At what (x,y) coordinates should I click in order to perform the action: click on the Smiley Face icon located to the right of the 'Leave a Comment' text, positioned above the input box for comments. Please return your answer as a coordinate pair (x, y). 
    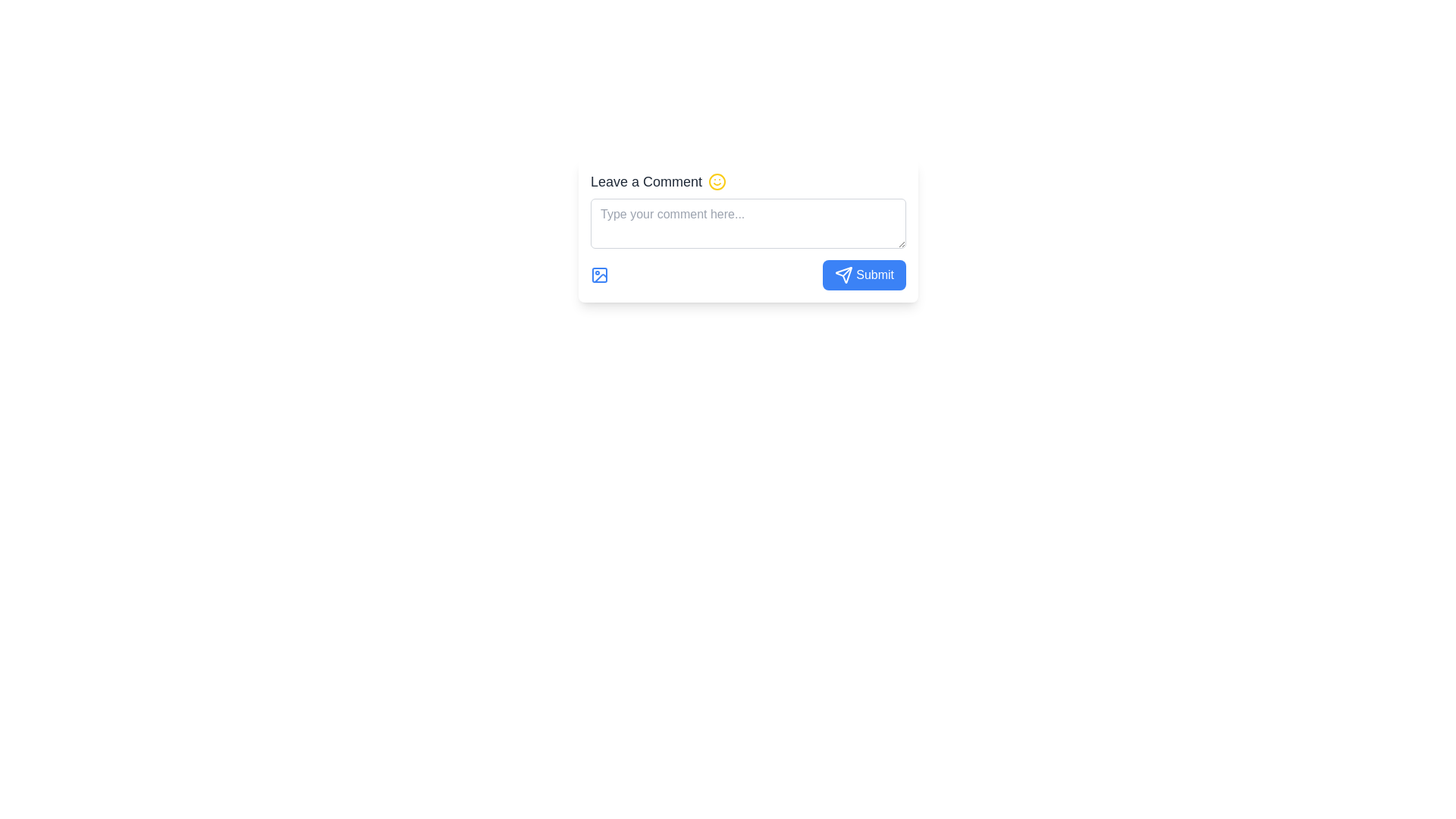
    Looking at the image, I should click on (717, 180).